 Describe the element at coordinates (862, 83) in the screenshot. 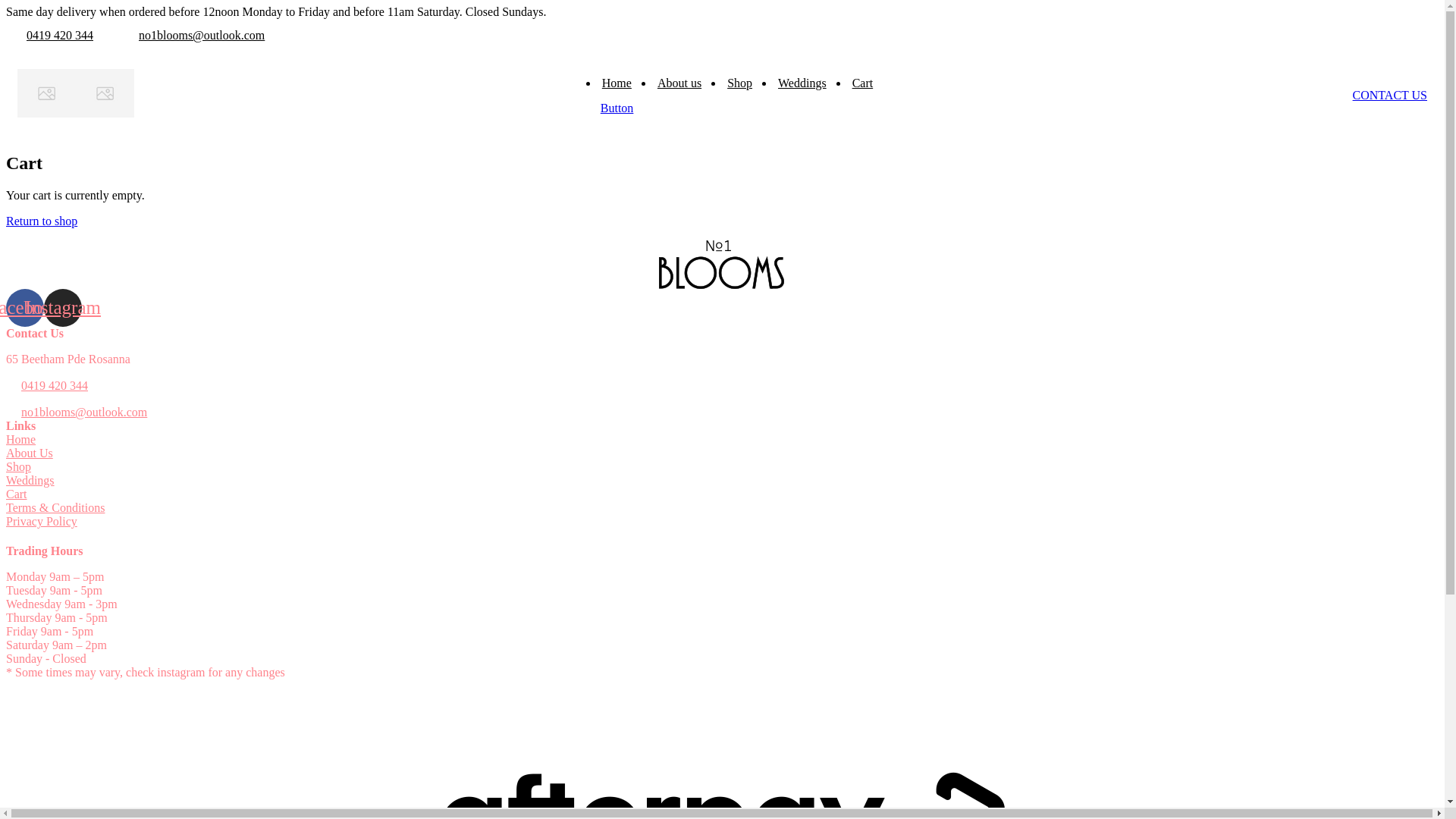

I see `'Cart'` at that location.